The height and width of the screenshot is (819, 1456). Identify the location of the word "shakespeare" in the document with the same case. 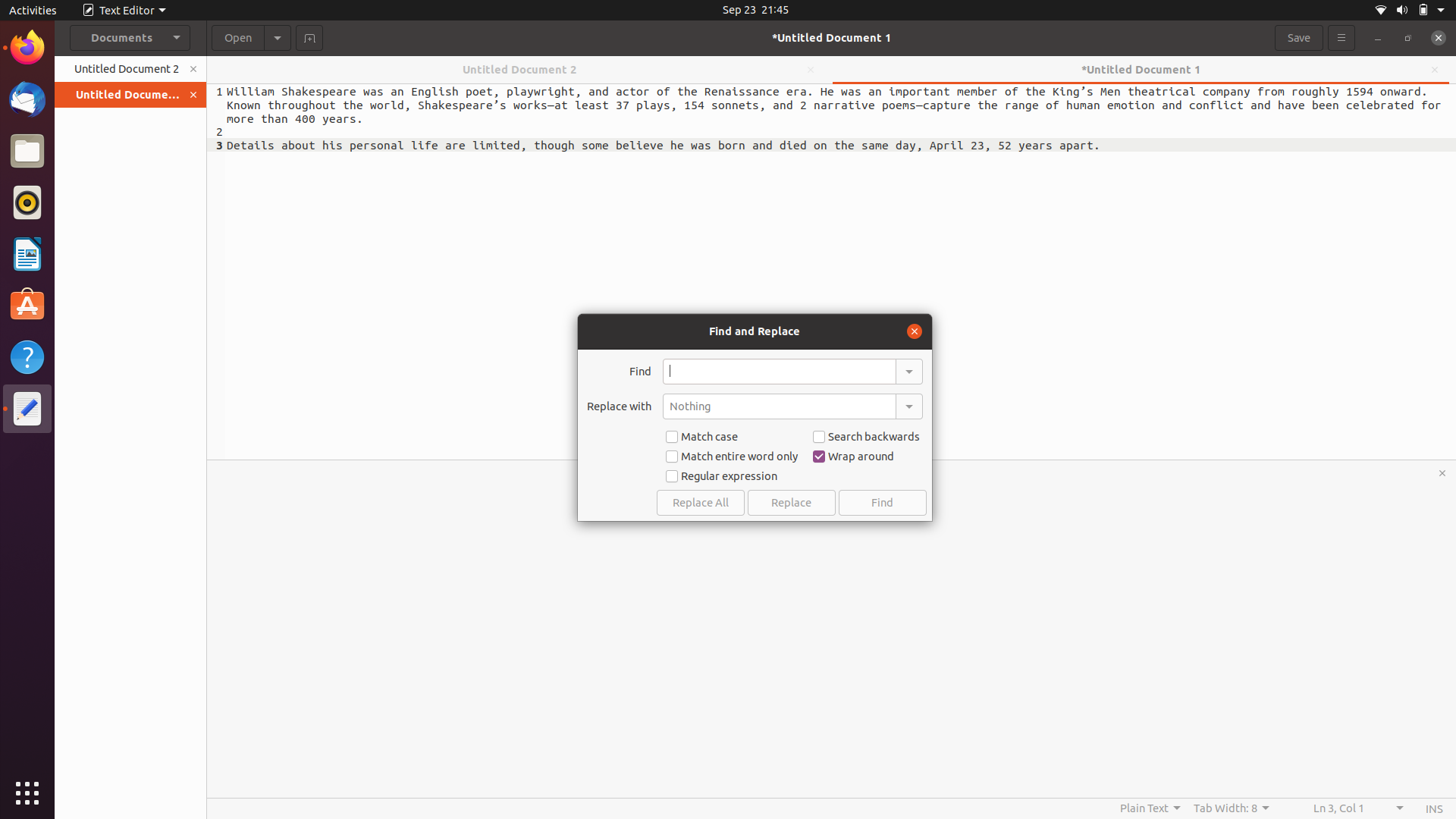
(779, 371).